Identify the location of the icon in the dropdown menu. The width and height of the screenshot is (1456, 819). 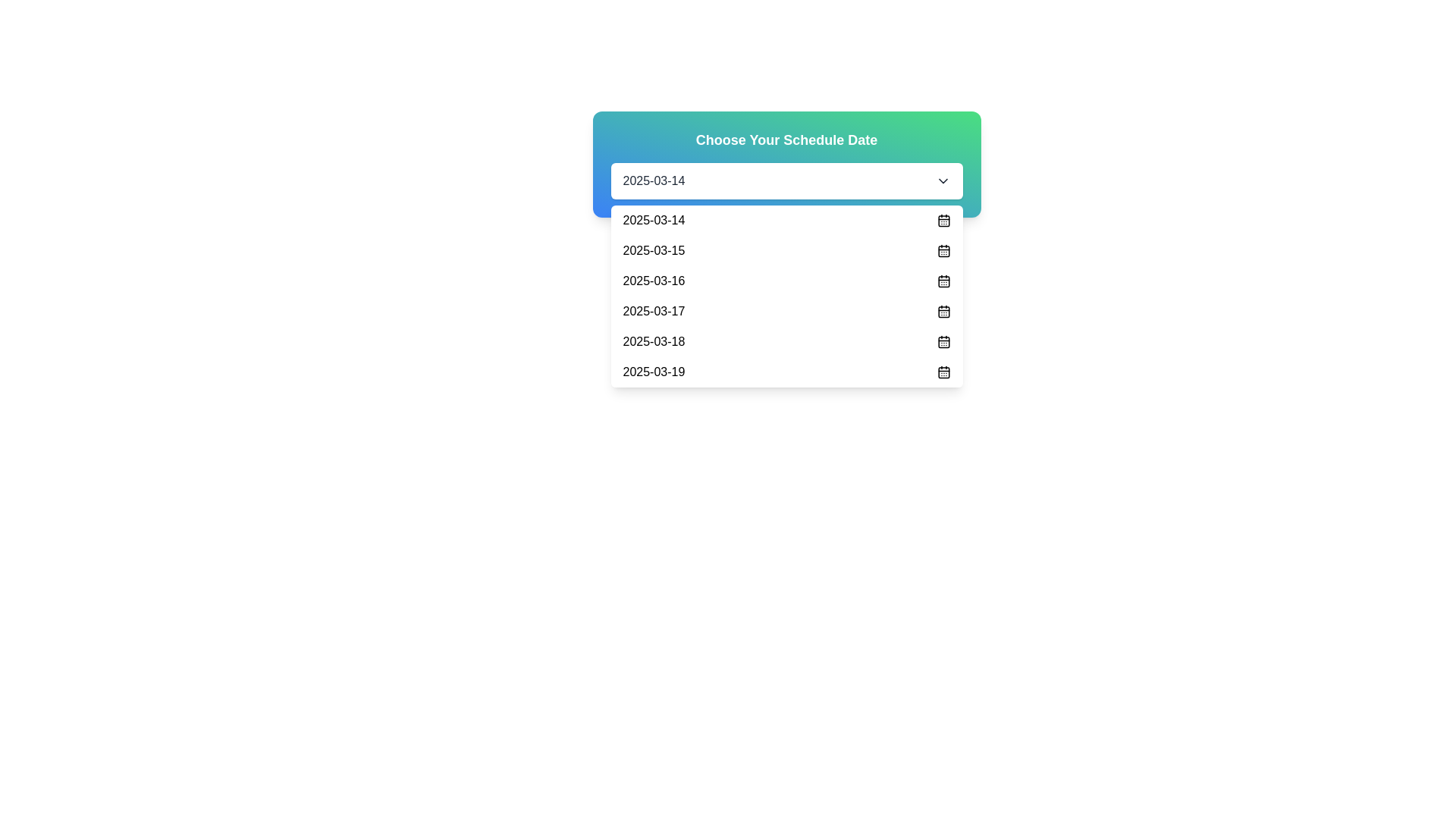
(943, 250).